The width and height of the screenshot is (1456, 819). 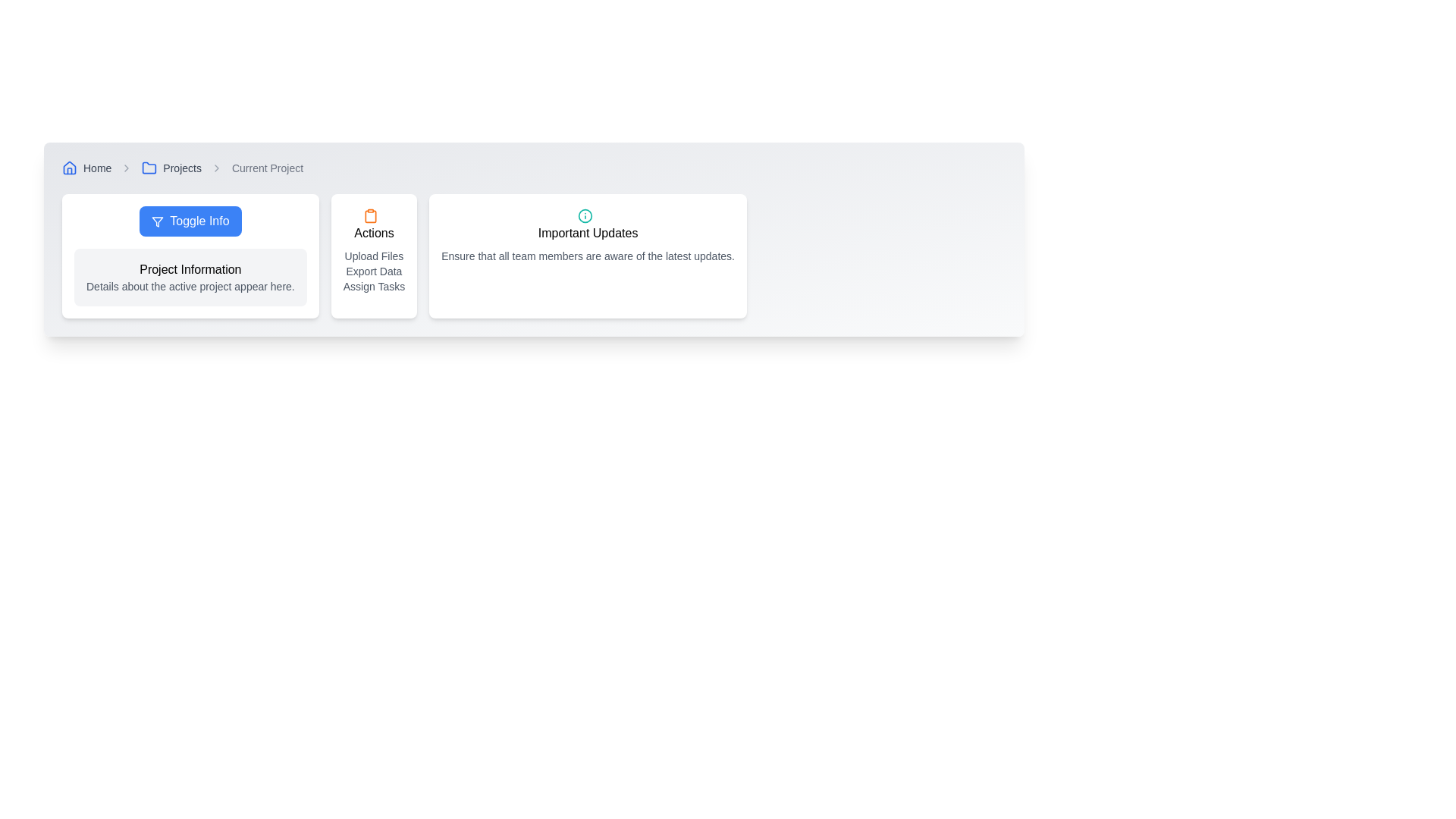 I want to click on the 'Projects' folder icon located in the breadcrumb navigation bar, so click(x=149, y=168).